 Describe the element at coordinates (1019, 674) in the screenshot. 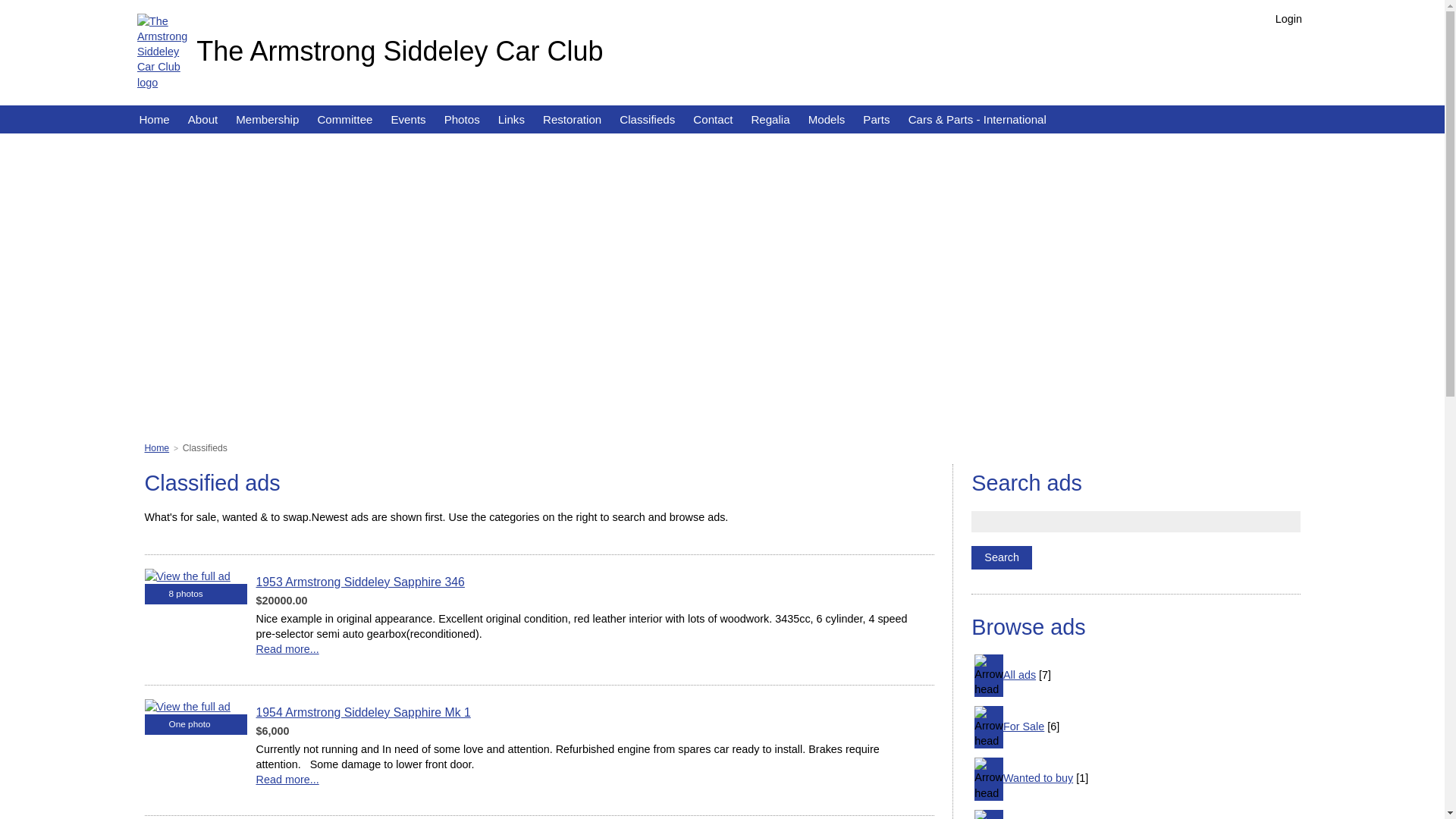

I see `'All ads'` at that location.